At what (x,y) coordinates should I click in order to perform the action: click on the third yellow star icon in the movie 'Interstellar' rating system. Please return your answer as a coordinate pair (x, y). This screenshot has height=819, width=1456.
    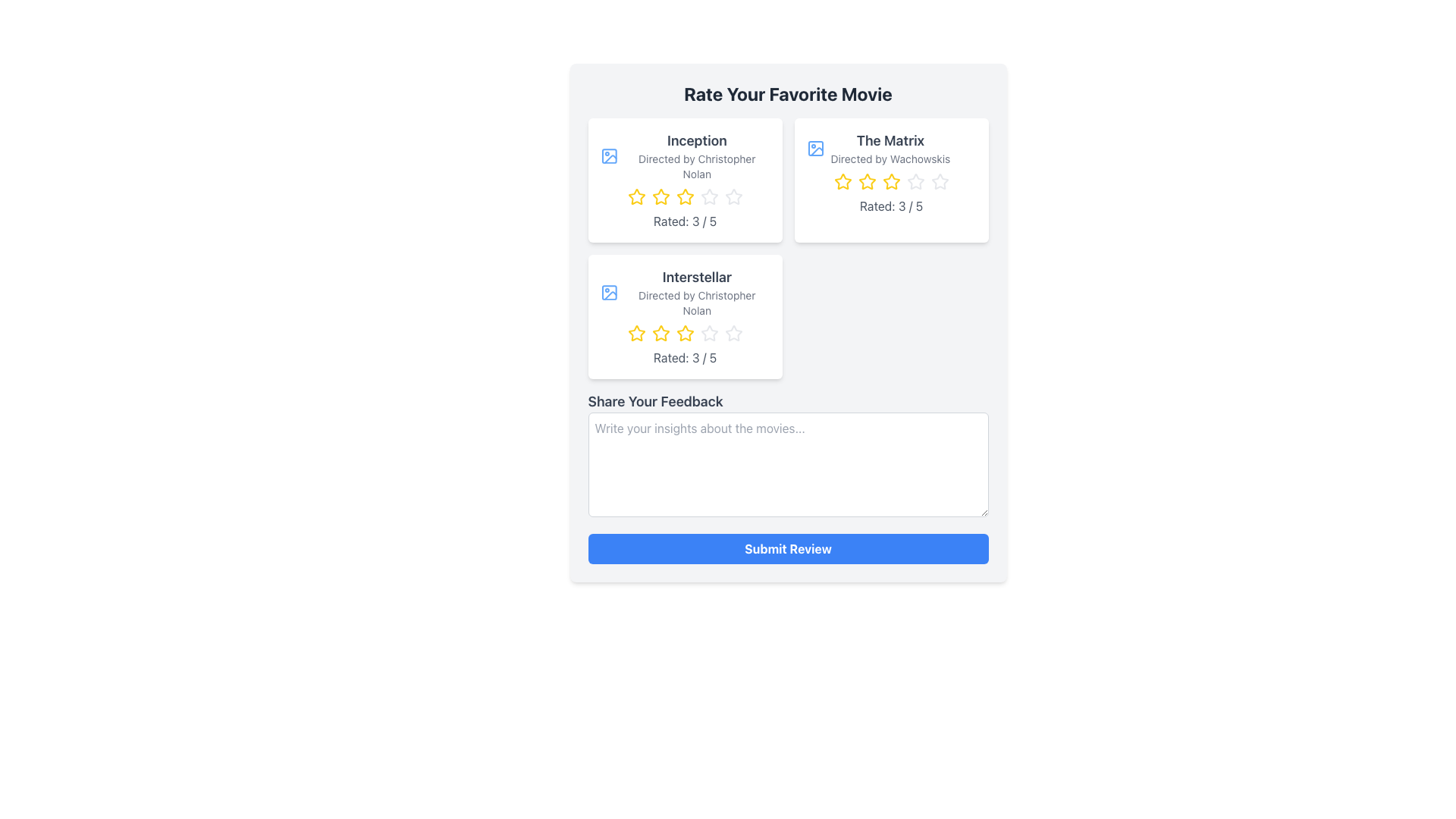
    Looking at the image, I should click on (661, 332).